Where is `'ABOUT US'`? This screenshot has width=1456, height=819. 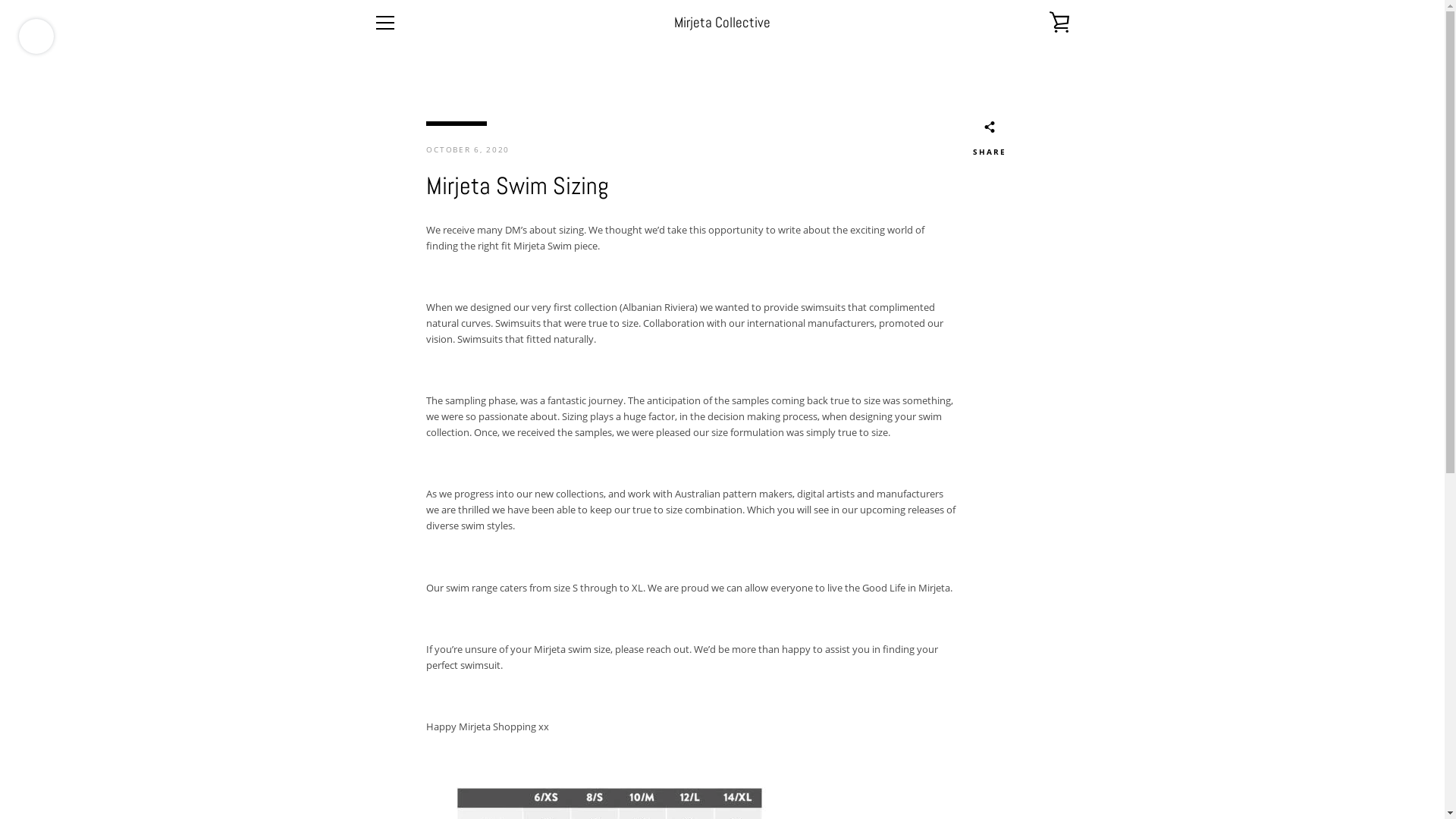 'ABOUT US' is located at coordinates (396, 641).